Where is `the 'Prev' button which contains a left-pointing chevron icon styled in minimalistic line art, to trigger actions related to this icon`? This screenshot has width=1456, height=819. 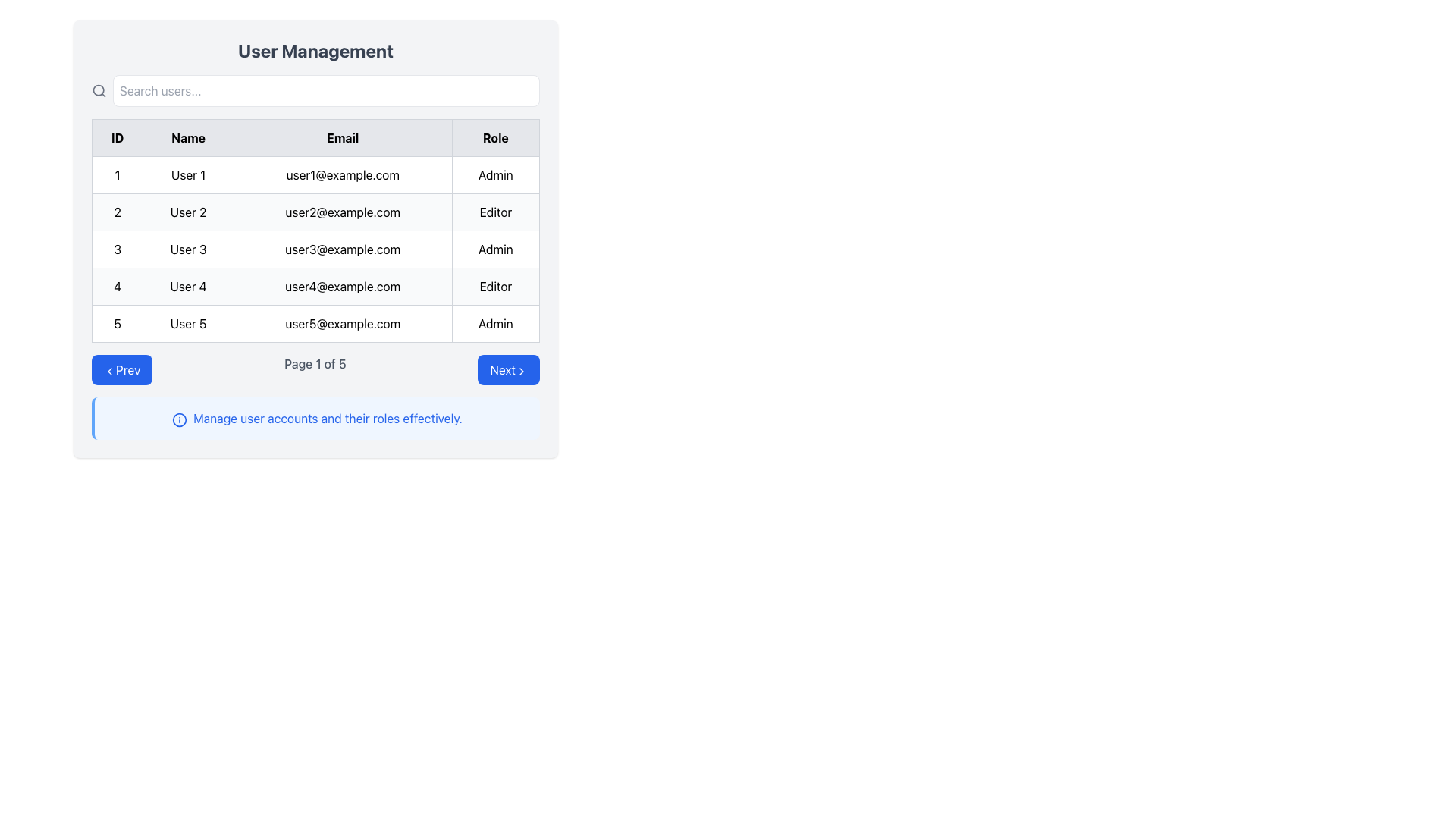
the 'Prev' button which contains a left-pointing chevron icon styled in minimalistic line art, to trigger actions related to this icon is located at coordinates (108, 371).